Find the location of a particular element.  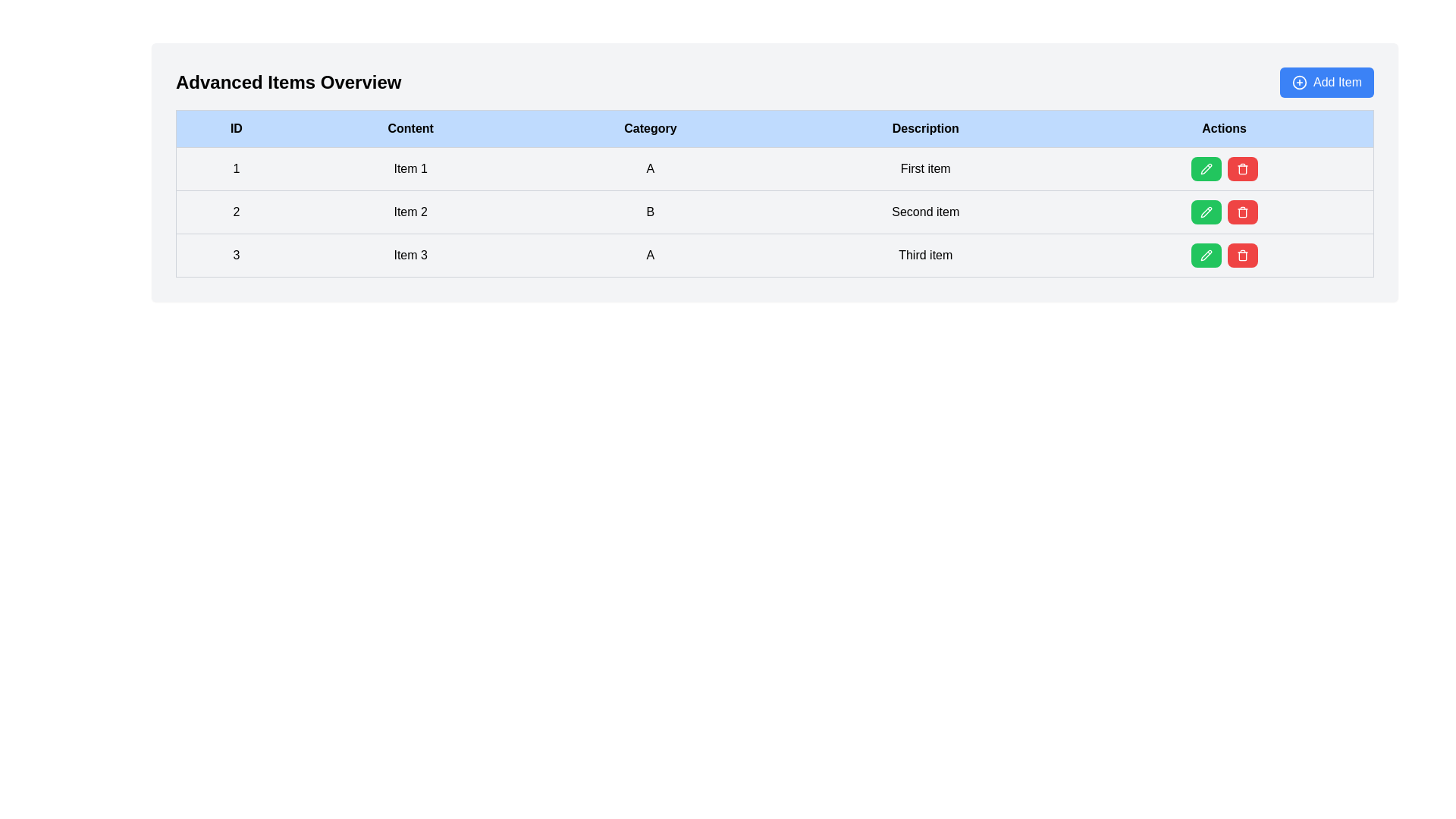

the delete button icon located in the last cell of the 'Actions' column for the third item in the table to invoke a delete action is located at coordinates (1242, 254).